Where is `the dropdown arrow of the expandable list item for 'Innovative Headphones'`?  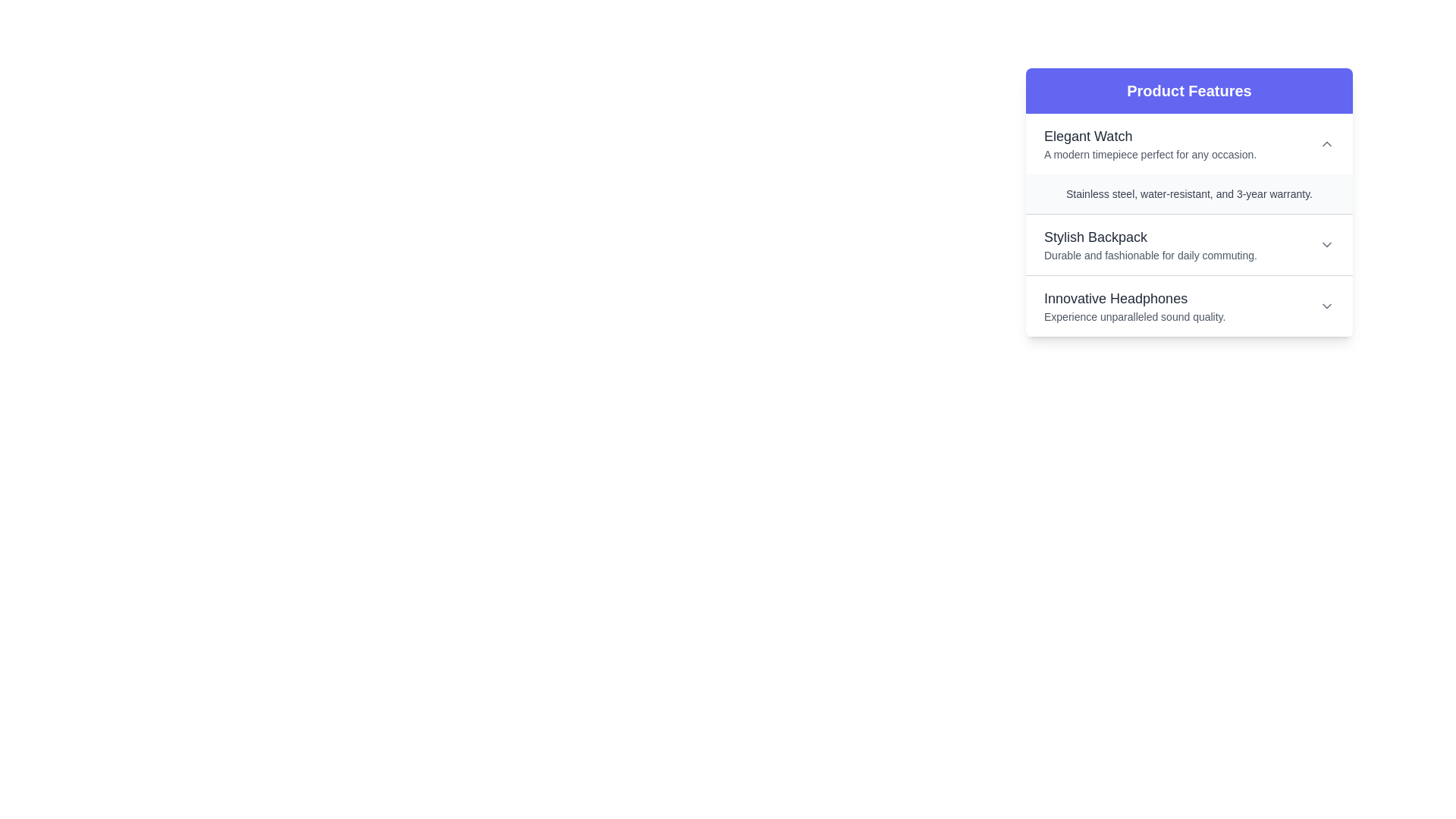
the dropdown arrow of the expandable list item for 'Innovative Headphones' is located at coordinates (1188, 306).